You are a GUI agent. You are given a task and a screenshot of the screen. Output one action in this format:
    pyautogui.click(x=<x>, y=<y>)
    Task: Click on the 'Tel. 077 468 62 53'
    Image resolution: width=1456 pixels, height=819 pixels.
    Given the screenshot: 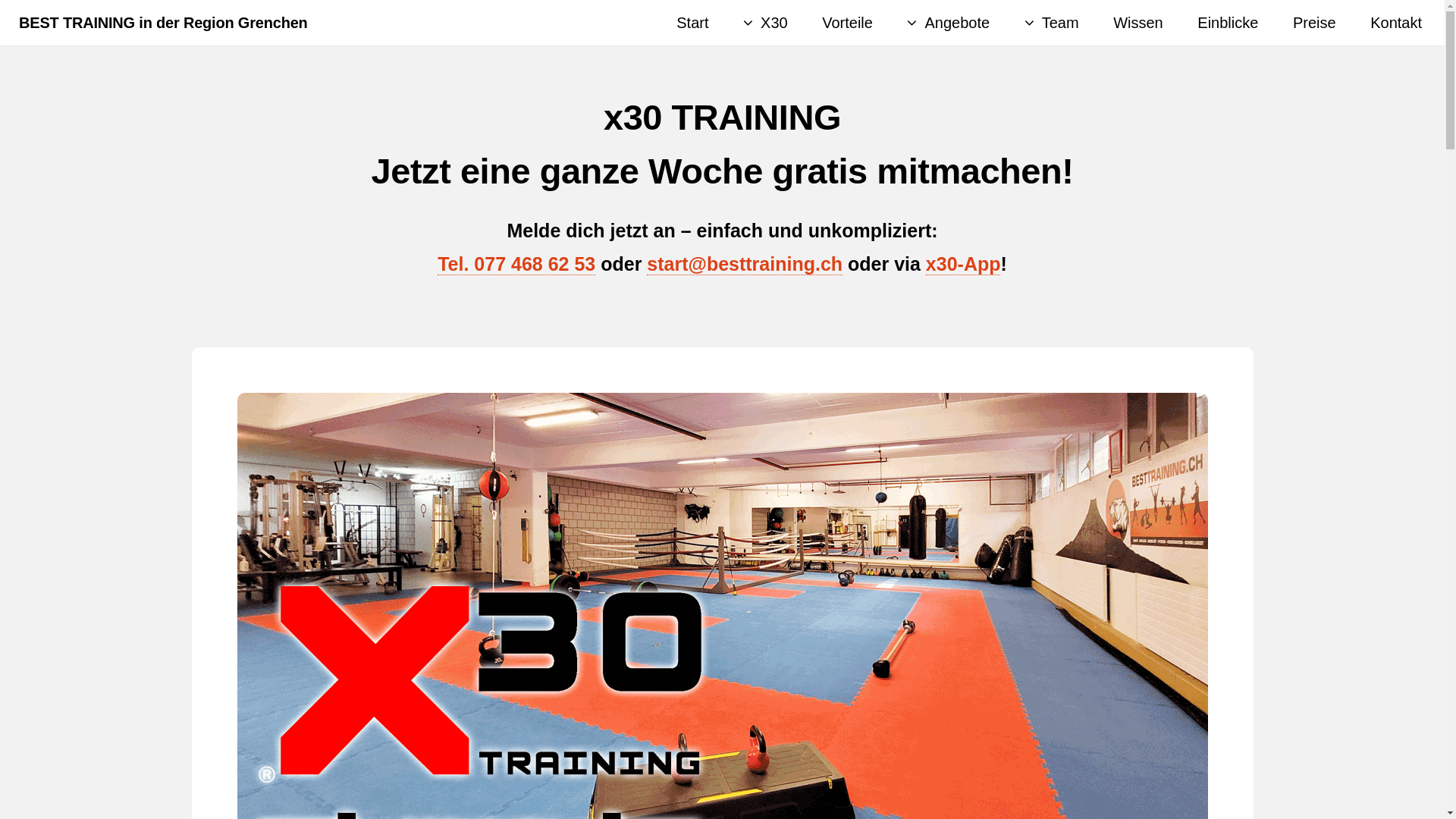 What is the action you would take?
    pyautogui.click(x=516, y=263)
    